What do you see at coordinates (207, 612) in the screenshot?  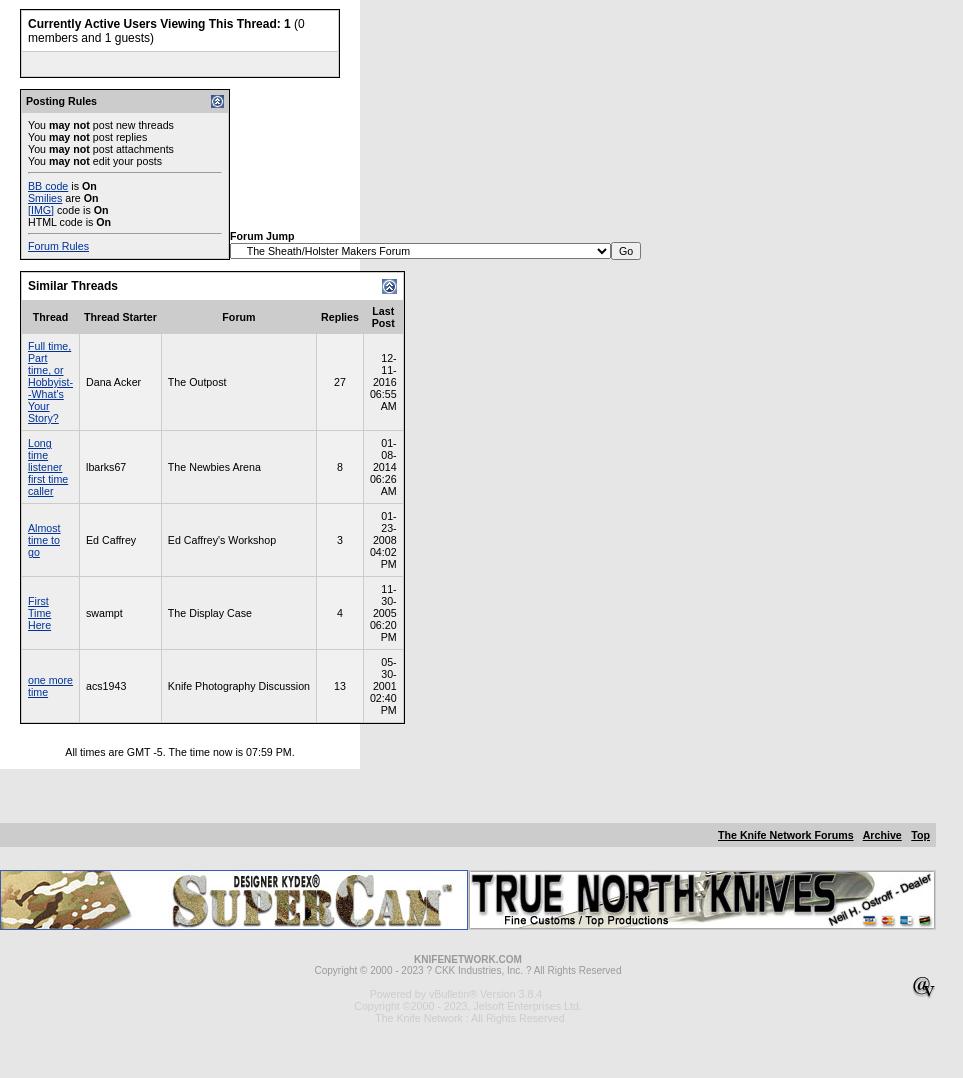 I see `'The Display Case'` at bounding box center [207, 612].